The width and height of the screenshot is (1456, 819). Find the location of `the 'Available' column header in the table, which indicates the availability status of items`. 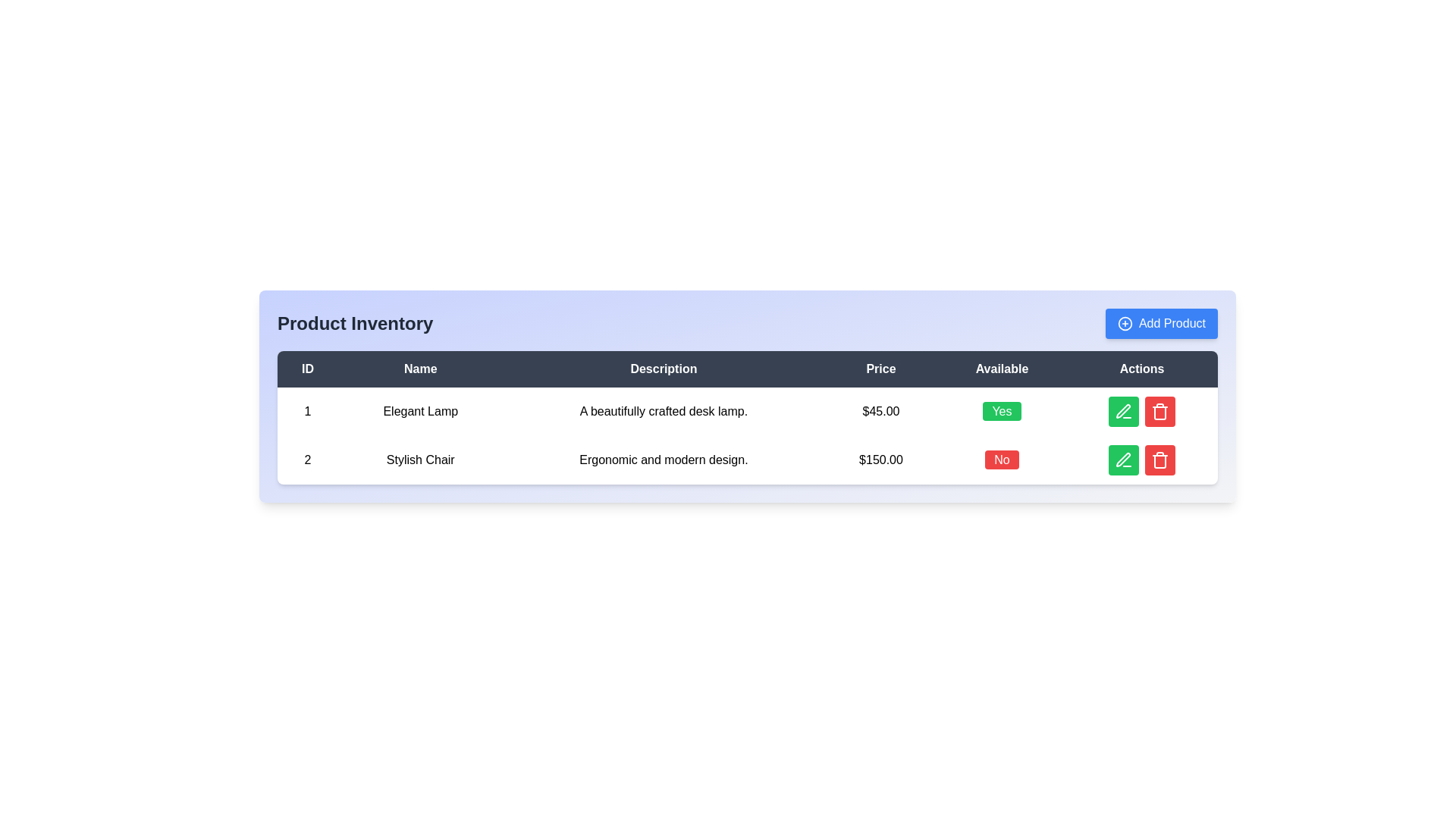

the 'Available' column header in the table, which indicates the availability status of items is located at coordinates (1002, 369).